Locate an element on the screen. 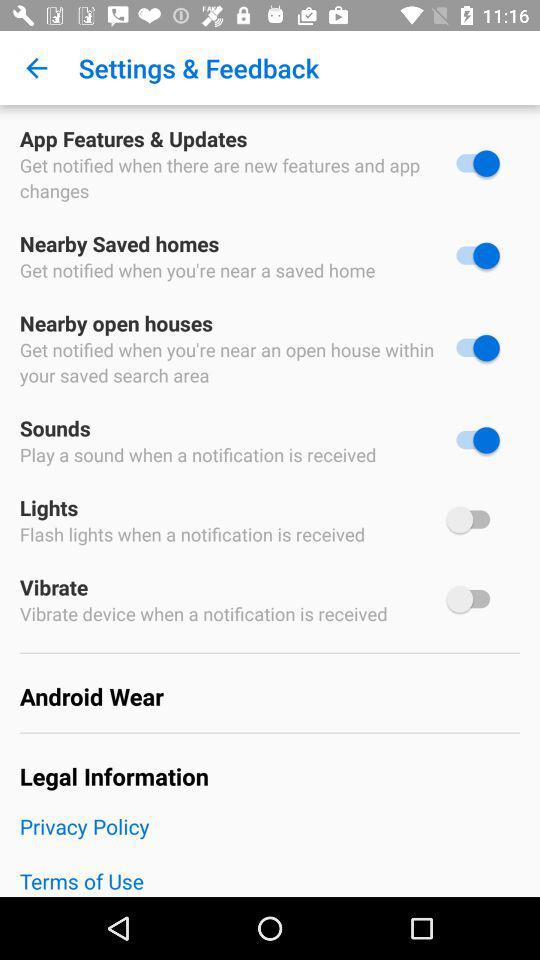 The width and height of the screenshot is (540, 960). sounds toggle switch is located at coordinates (472, 440).